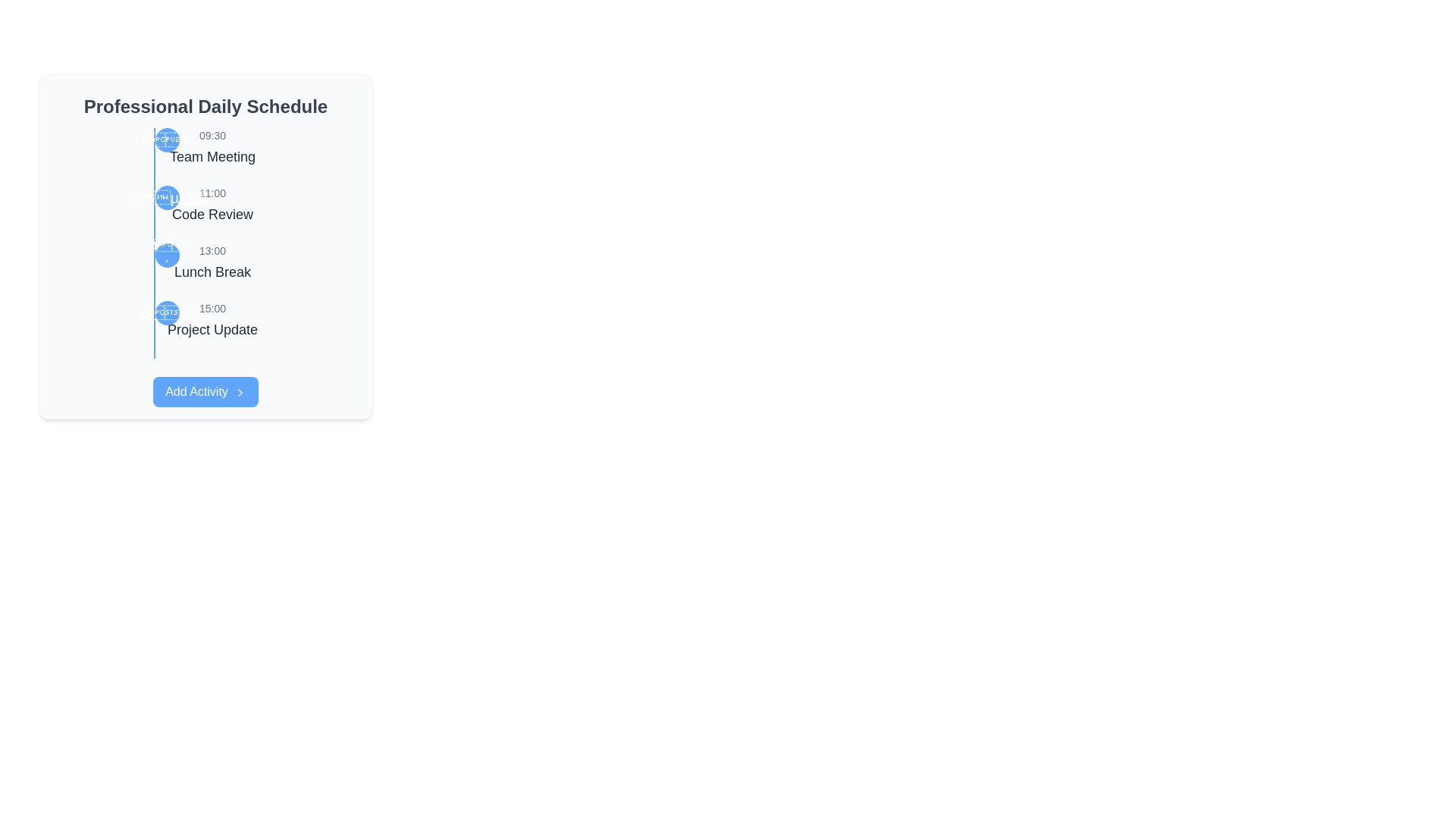 This screenshot has width=1456, height=819. I want to click on the text label displaying '15:00' which is positioned as the time indicator for the 'Project Update' entry in the timeline-like list, so click(212, 308).